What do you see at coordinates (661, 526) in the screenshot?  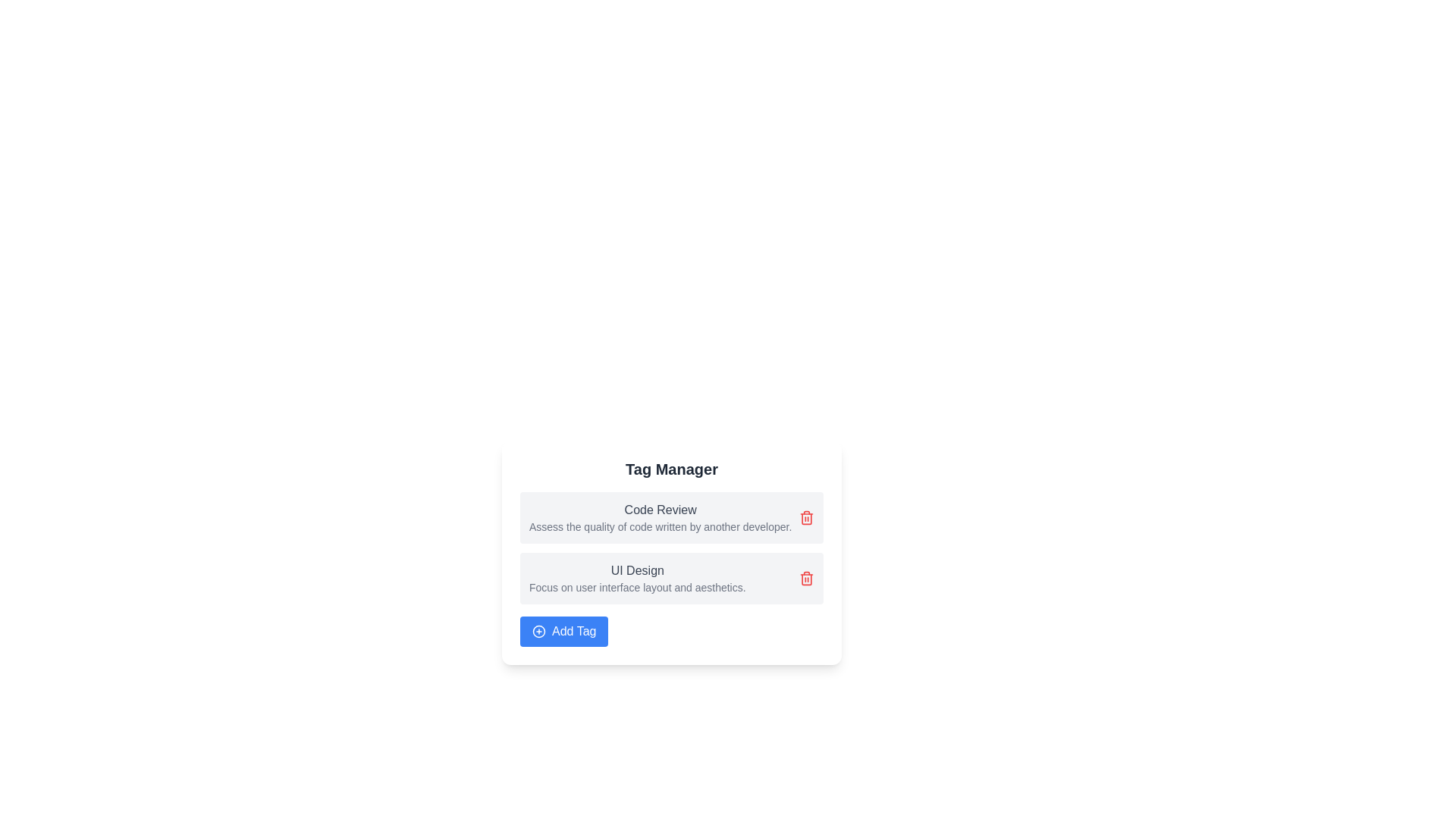 I see `the text block that contains the content 'Assess the quality of code written by another developer.', which is styled in a smaller font and gray color, located beneath the 'Code Review' heading` at bounding box center [661, 526].